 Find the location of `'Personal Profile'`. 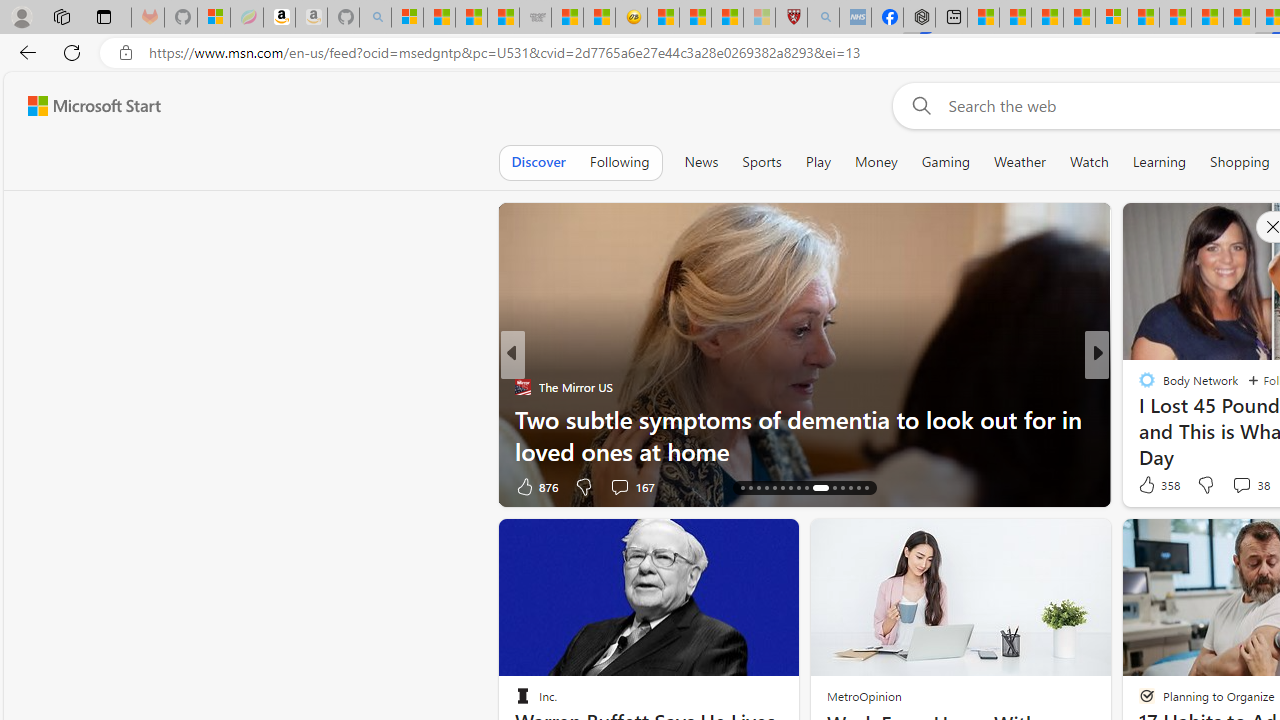

'Personal Profile' is located at coordinates (21, 16).